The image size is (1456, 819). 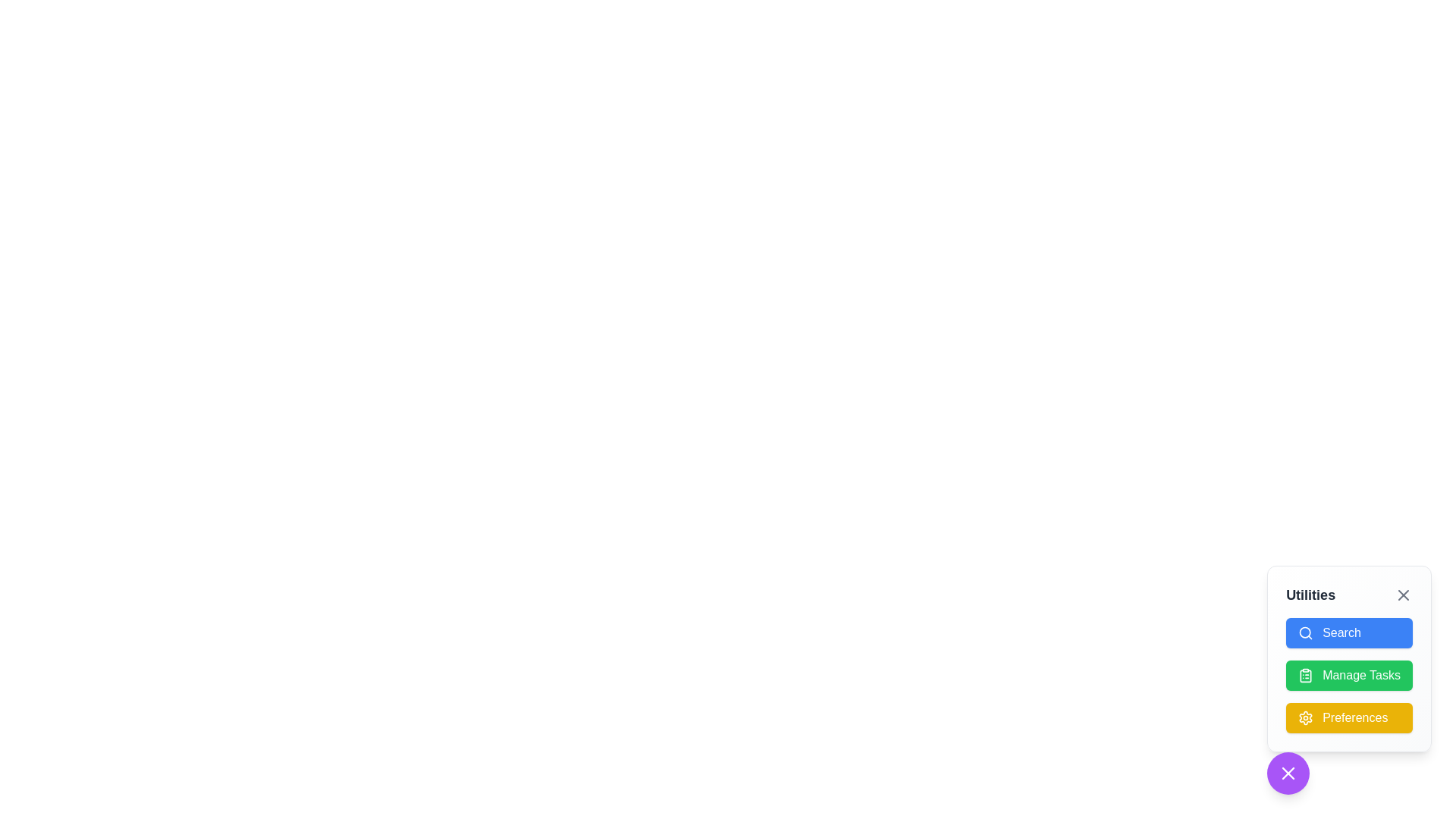 What do you see at coordinates (1349, 657) in the screenshot?
I see `the green 'Manage Tasks' button located in the bottom-right corner of the interface, which is the second button in a series of three vertically-stacked buttons` at bounding box center [1349, 657].